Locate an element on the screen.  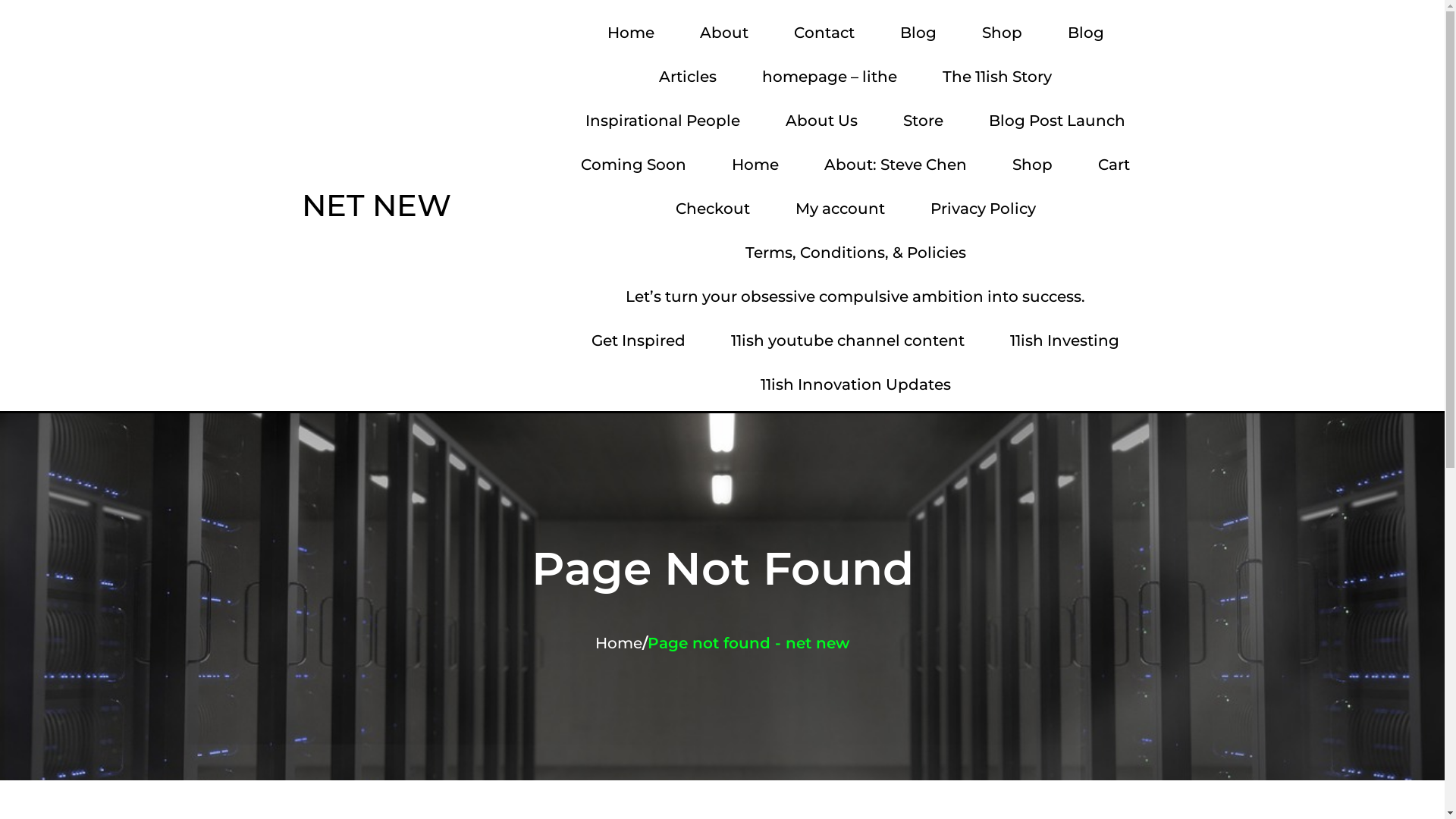
'My account' is located at coordinates (839, 208).